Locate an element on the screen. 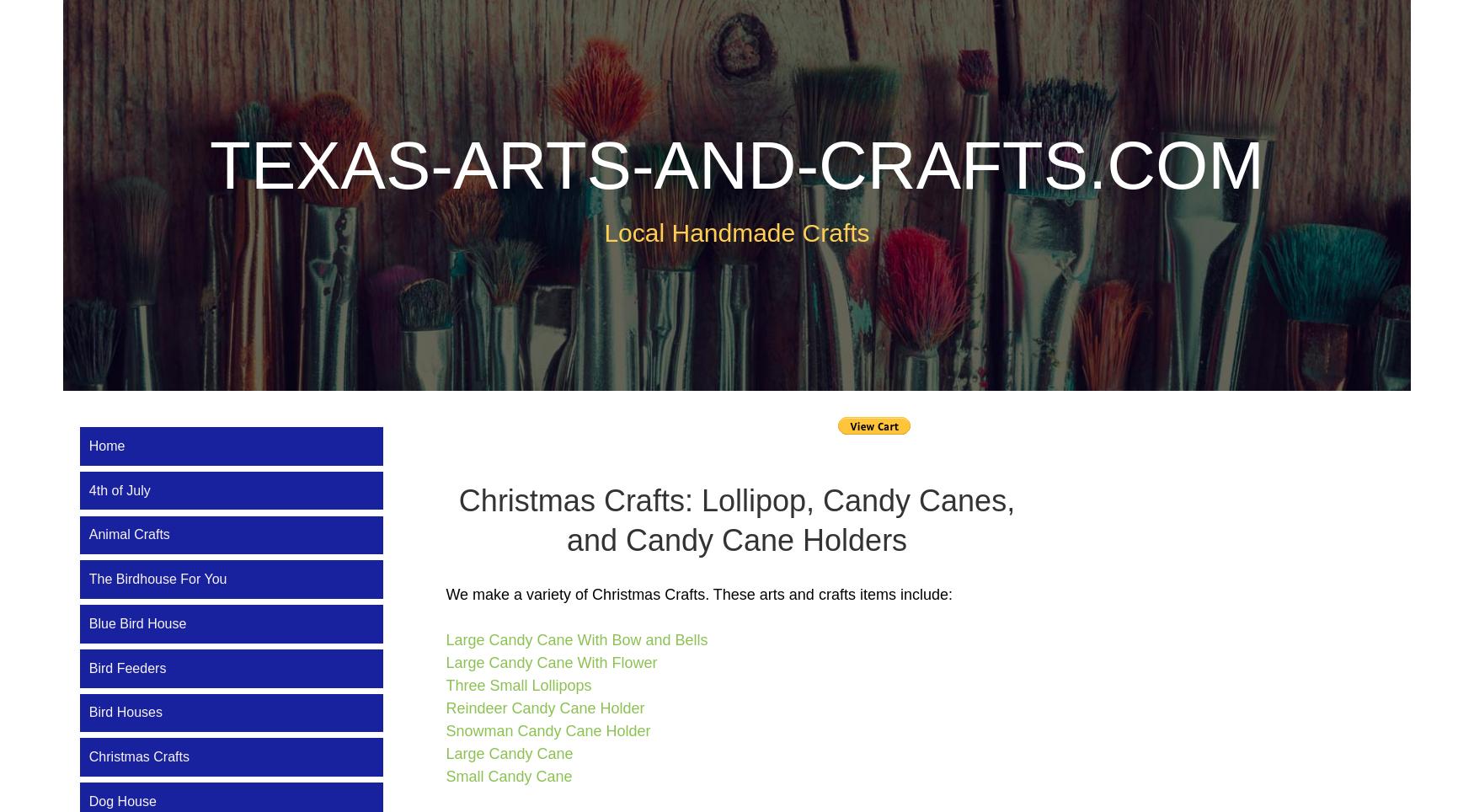 The height and width of the screenshot is (812, 1474). 'Christmas Crafts: Lollipop, Candy Canes, and Candy Cane Holders' is located at coordinates (736, 520).